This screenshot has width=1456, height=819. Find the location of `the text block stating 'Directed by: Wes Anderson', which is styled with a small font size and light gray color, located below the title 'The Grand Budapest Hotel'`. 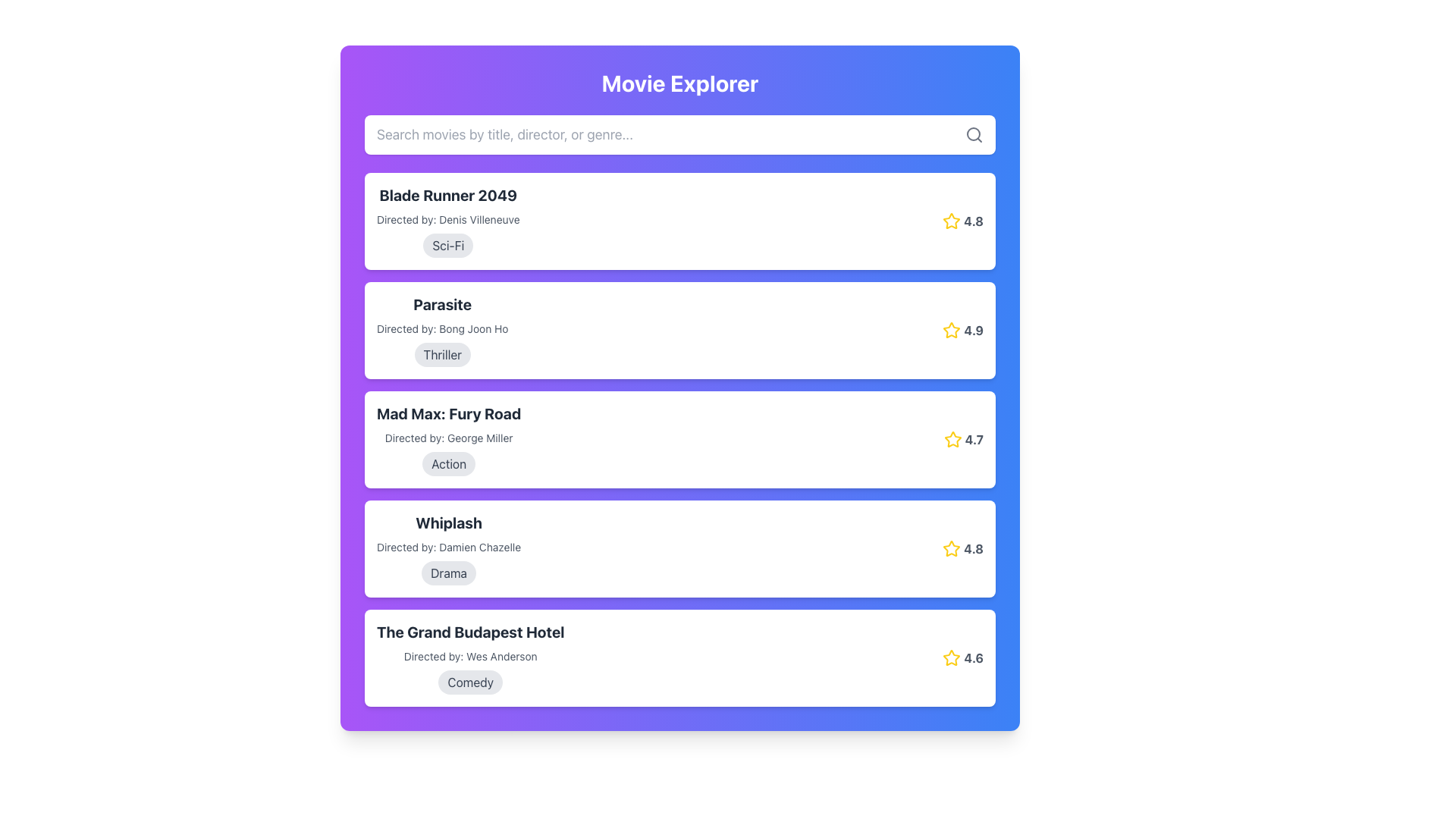

the text block stating 'Directed by: Wes Anderson', which is styled with a small font size and light gray color, located below the title 'The Grand Budapest Hotel' is located at coordinates (469, 656).